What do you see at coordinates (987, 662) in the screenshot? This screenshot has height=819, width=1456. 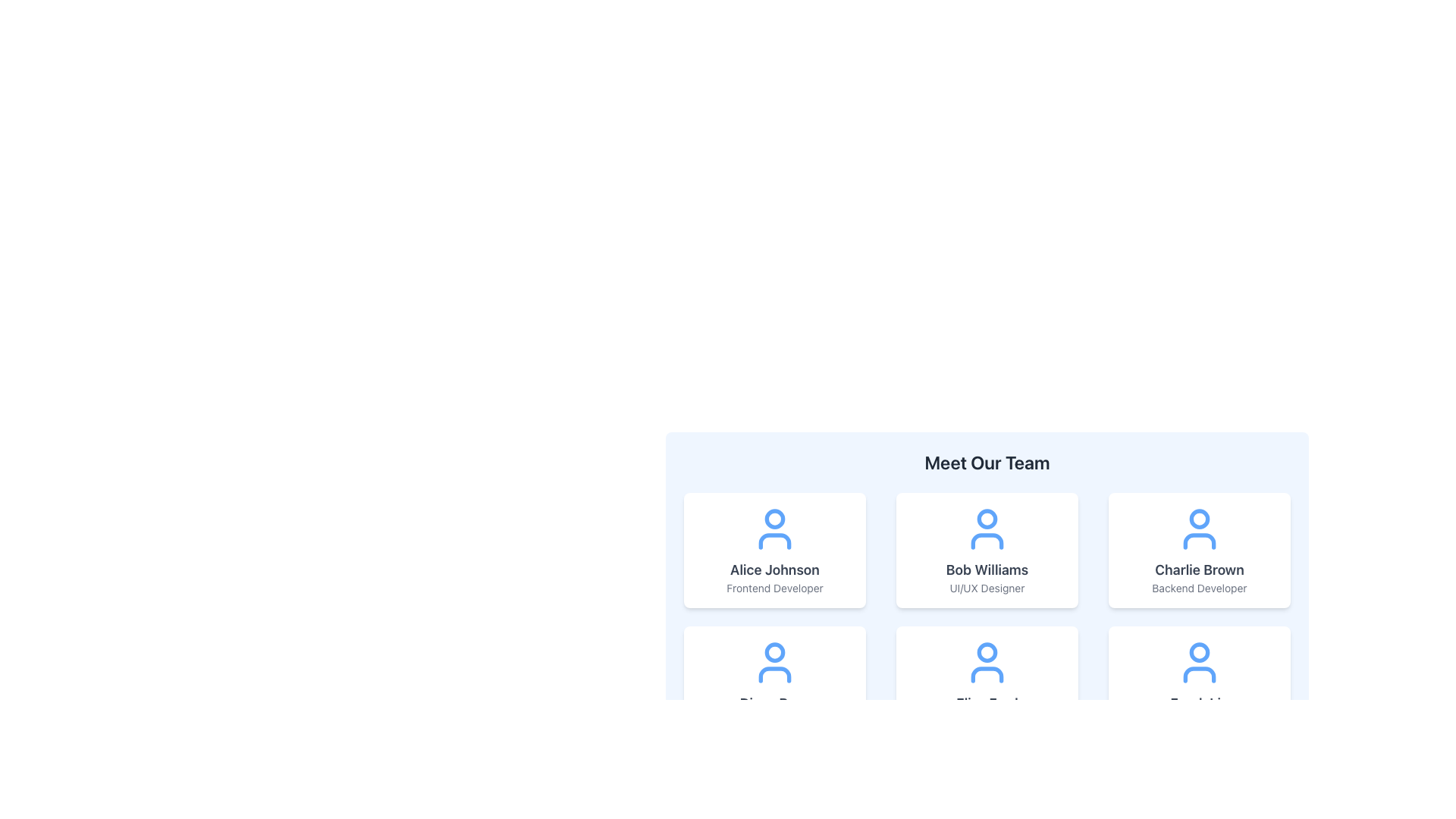 I see `the user icon with a bold blue stroke and white interior, located above the name 'Eliza Ford' and designation 'Project Manager' in the central card of the 'Meet Our Team' section` at bounding box center [987, 662].